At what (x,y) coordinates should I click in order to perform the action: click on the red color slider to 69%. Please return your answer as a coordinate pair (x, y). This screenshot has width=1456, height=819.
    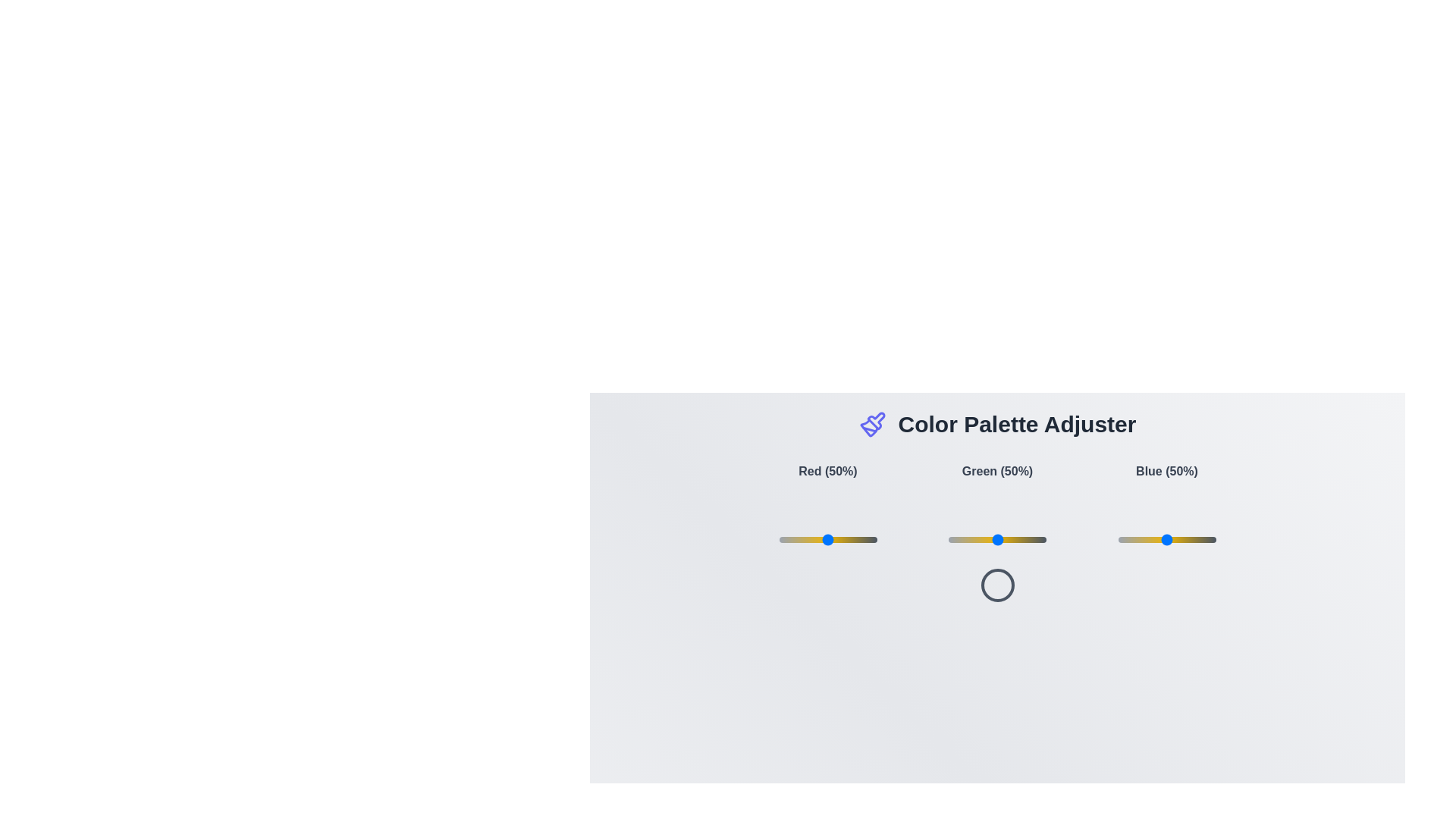
    Looking at the image, I should click on (846, 539).